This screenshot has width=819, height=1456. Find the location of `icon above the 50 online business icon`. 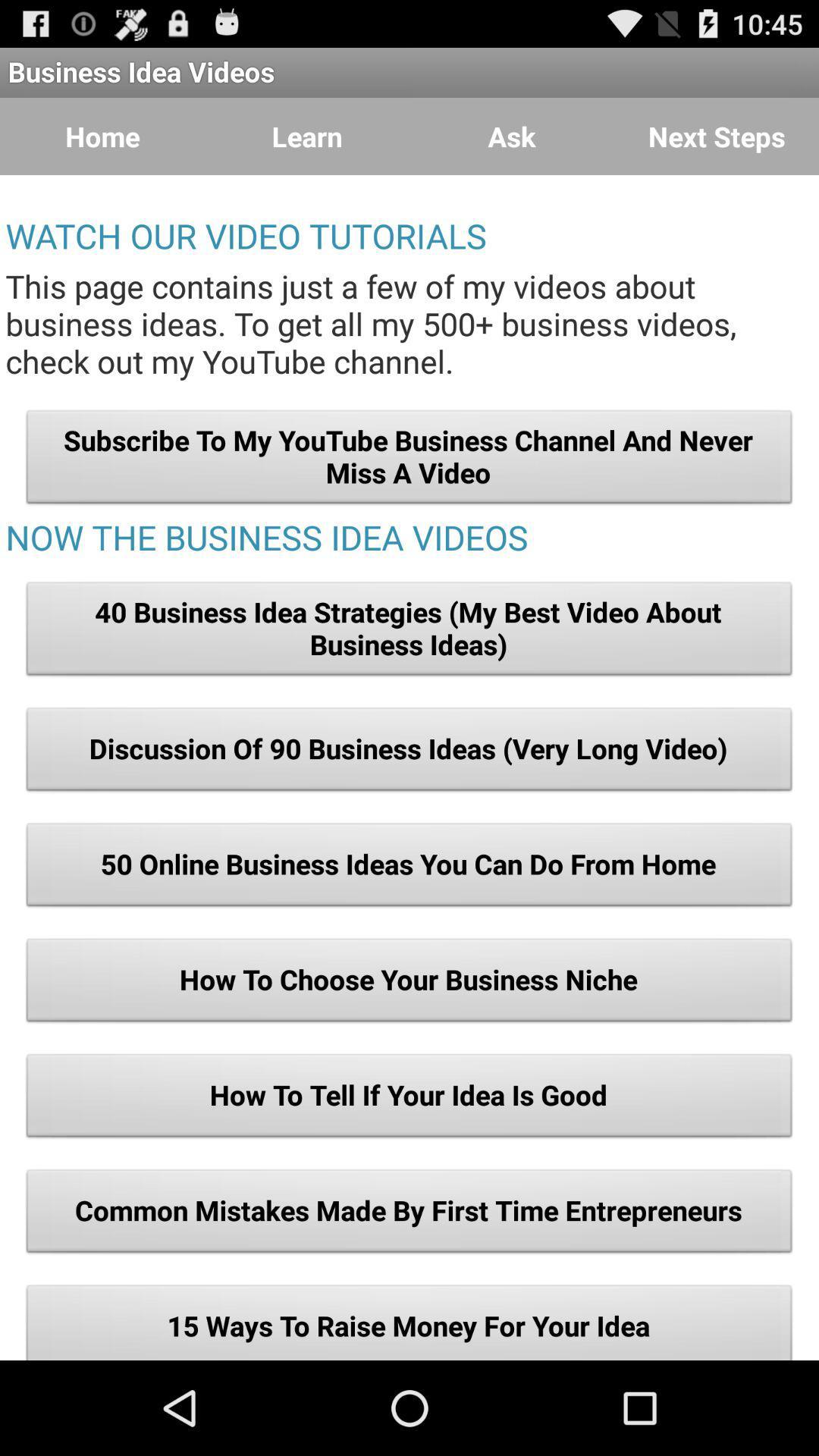

icon above the 50 online business icon is located at coordinates (409, 753).